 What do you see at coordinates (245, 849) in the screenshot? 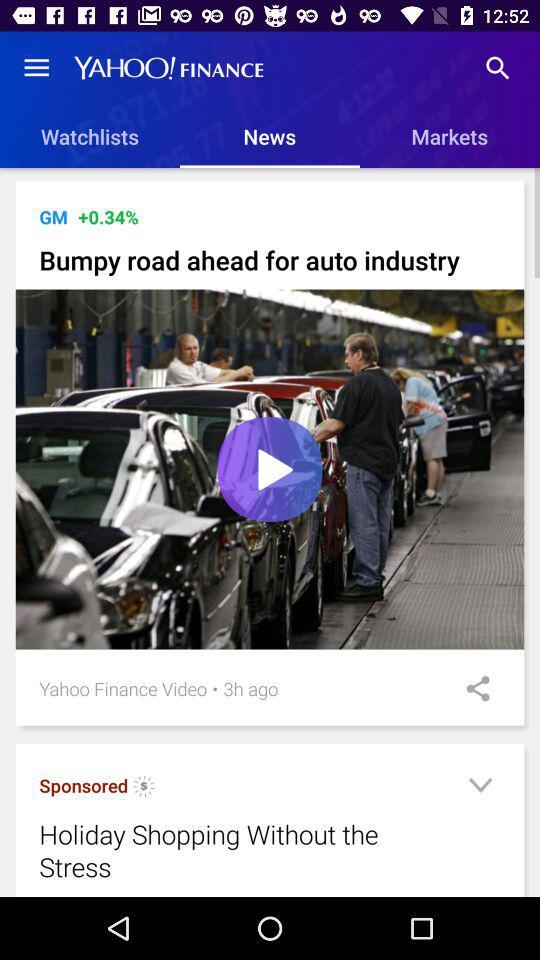
I see `holiday shopping without item` at bounding box center [245, 849].